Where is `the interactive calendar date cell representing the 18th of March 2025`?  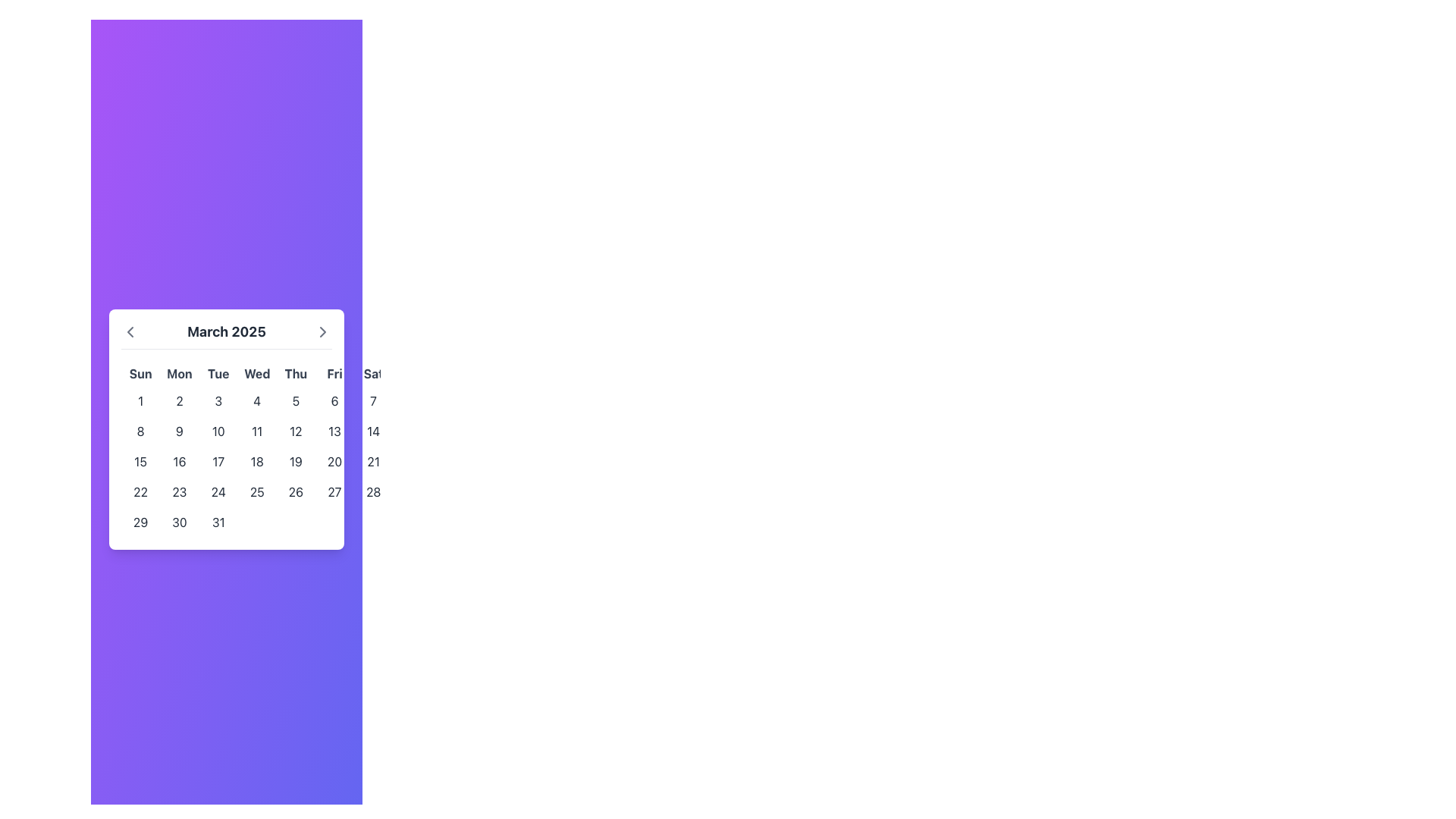 the interactive calendar date cell representing the 18th of March 2025 is located at coordinates (257, 460).